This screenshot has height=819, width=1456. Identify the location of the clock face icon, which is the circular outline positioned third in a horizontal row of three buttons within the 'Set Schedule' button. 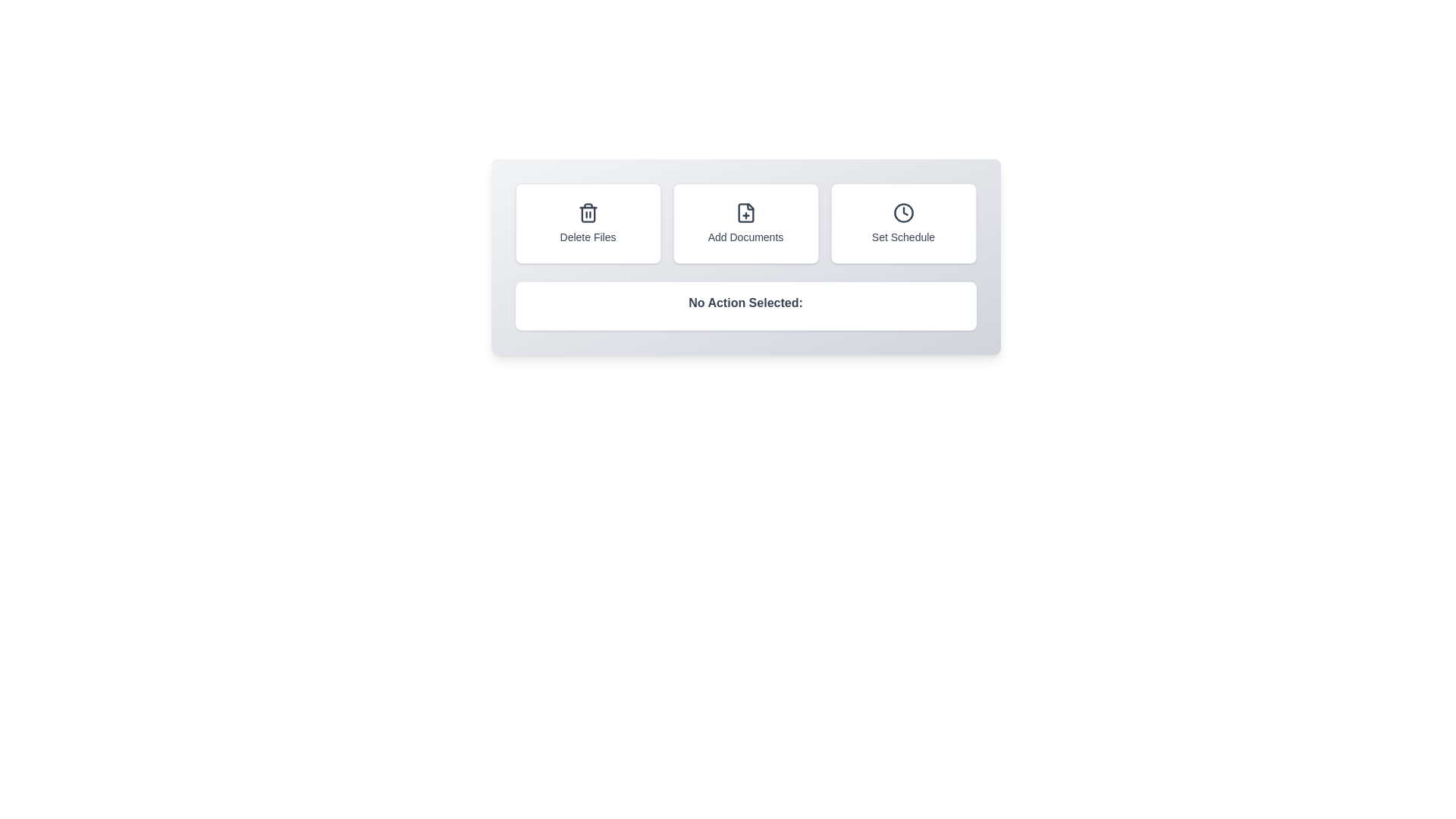
(903, 213).